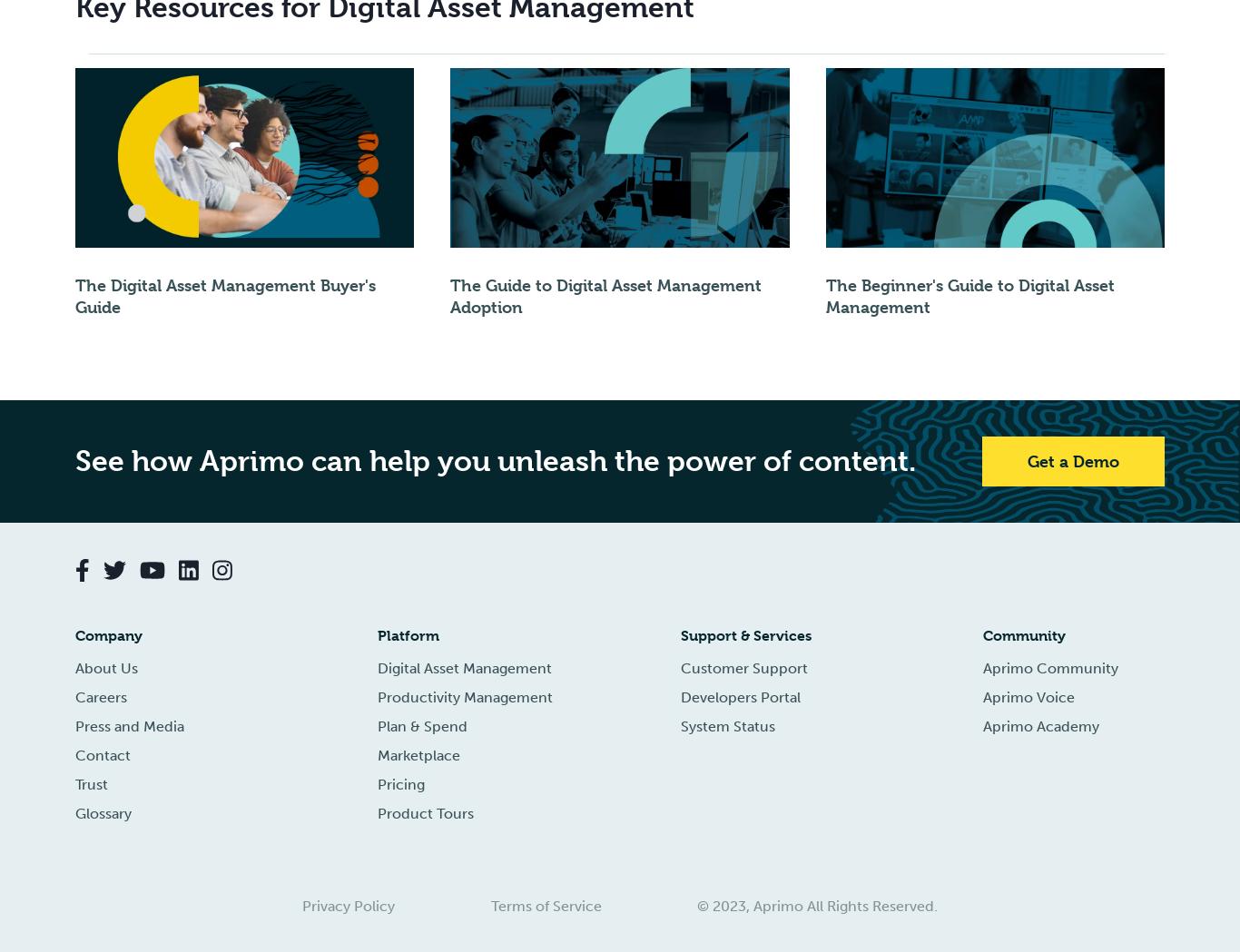 The height and width of the screenshot is (952, 1240). I want to click on 'About Us', so click(105, 667).